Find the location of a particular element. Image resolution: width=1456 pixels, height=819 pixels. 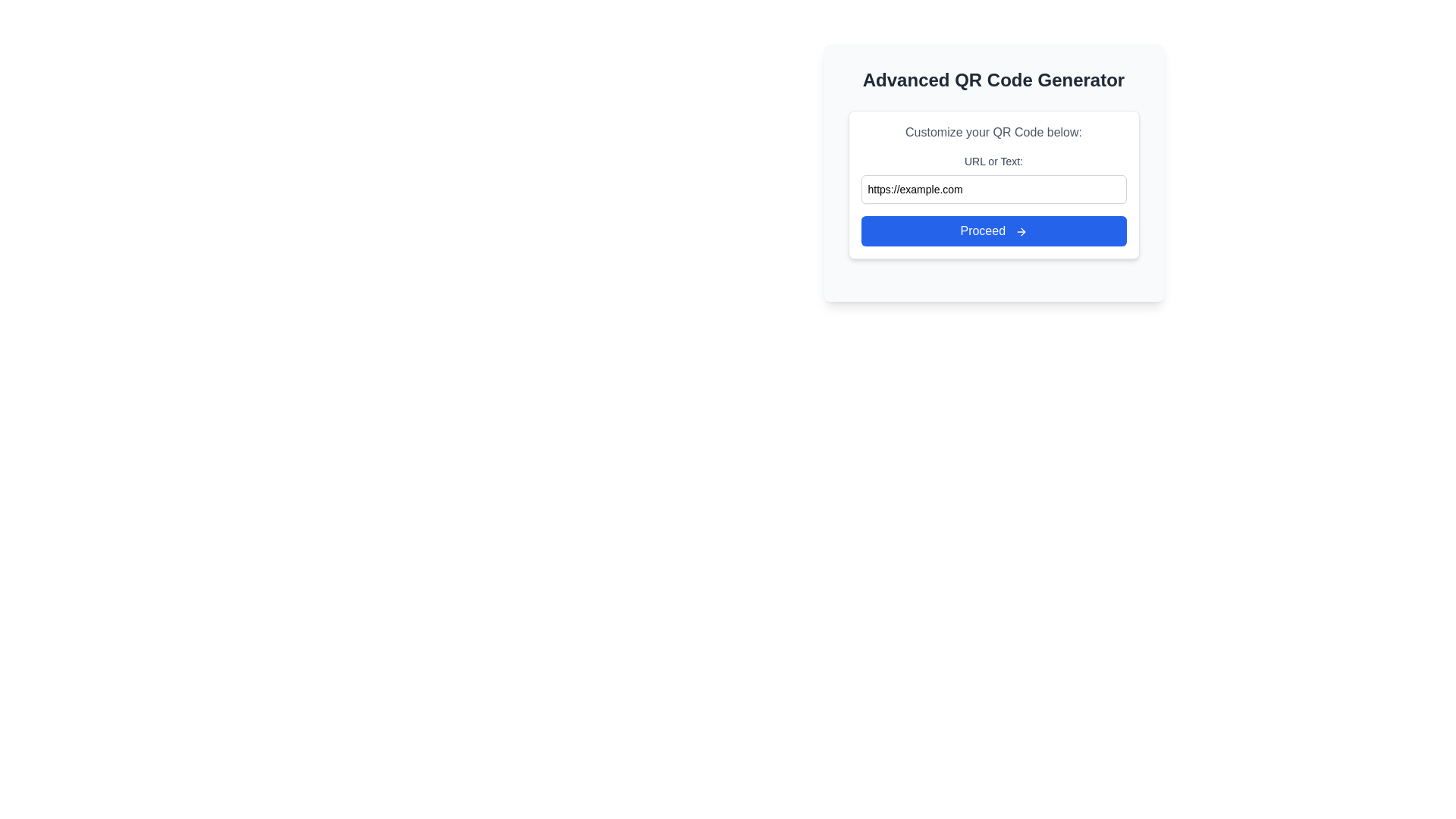

the input field for the Advanced QR Code Generator, allowing users to type in a URL or text is located at coordinates (993, 184).